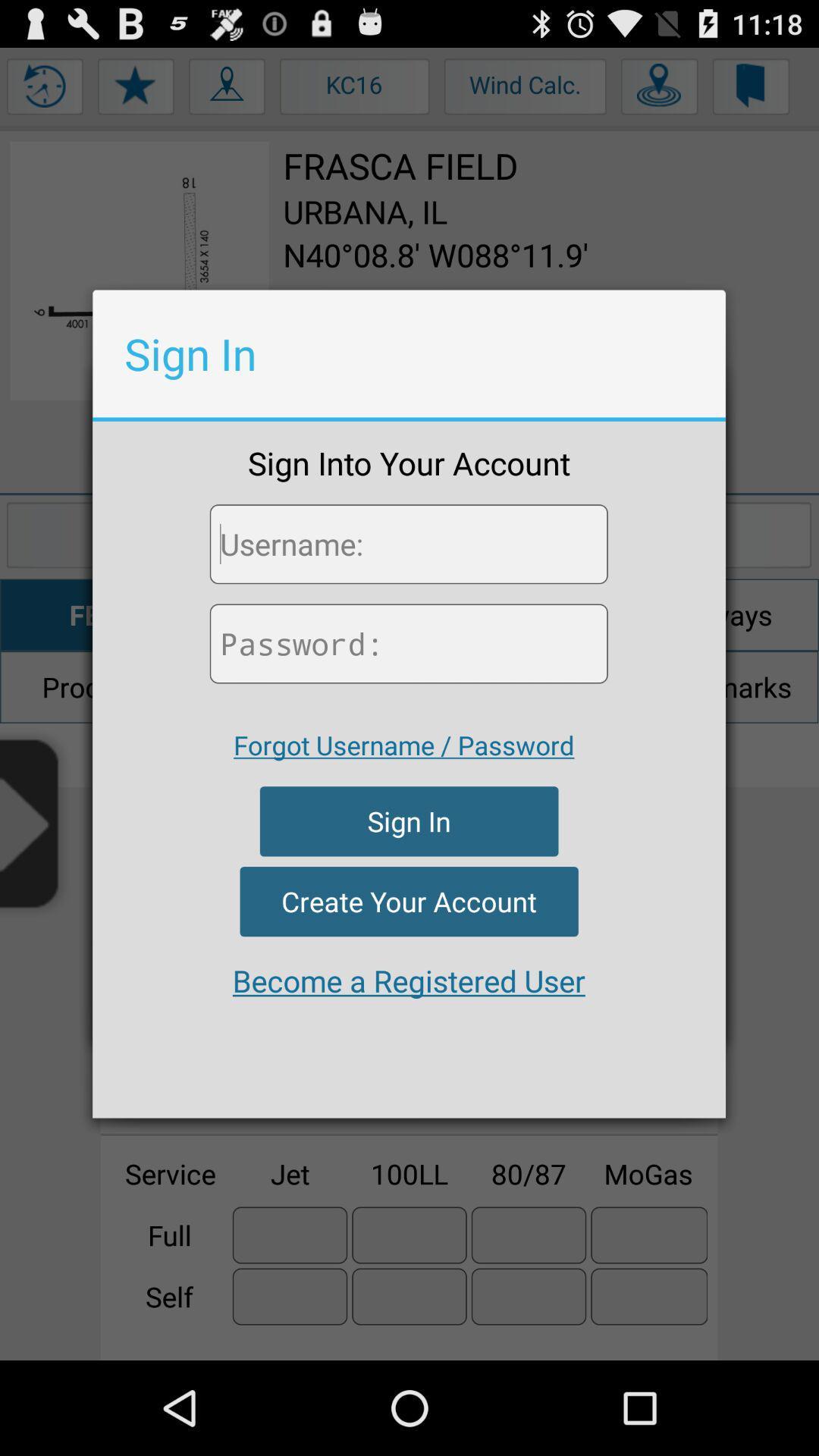 This screenshot has height=1456, width=819. I want to click on forgot username / password icon, so click(403, 745).